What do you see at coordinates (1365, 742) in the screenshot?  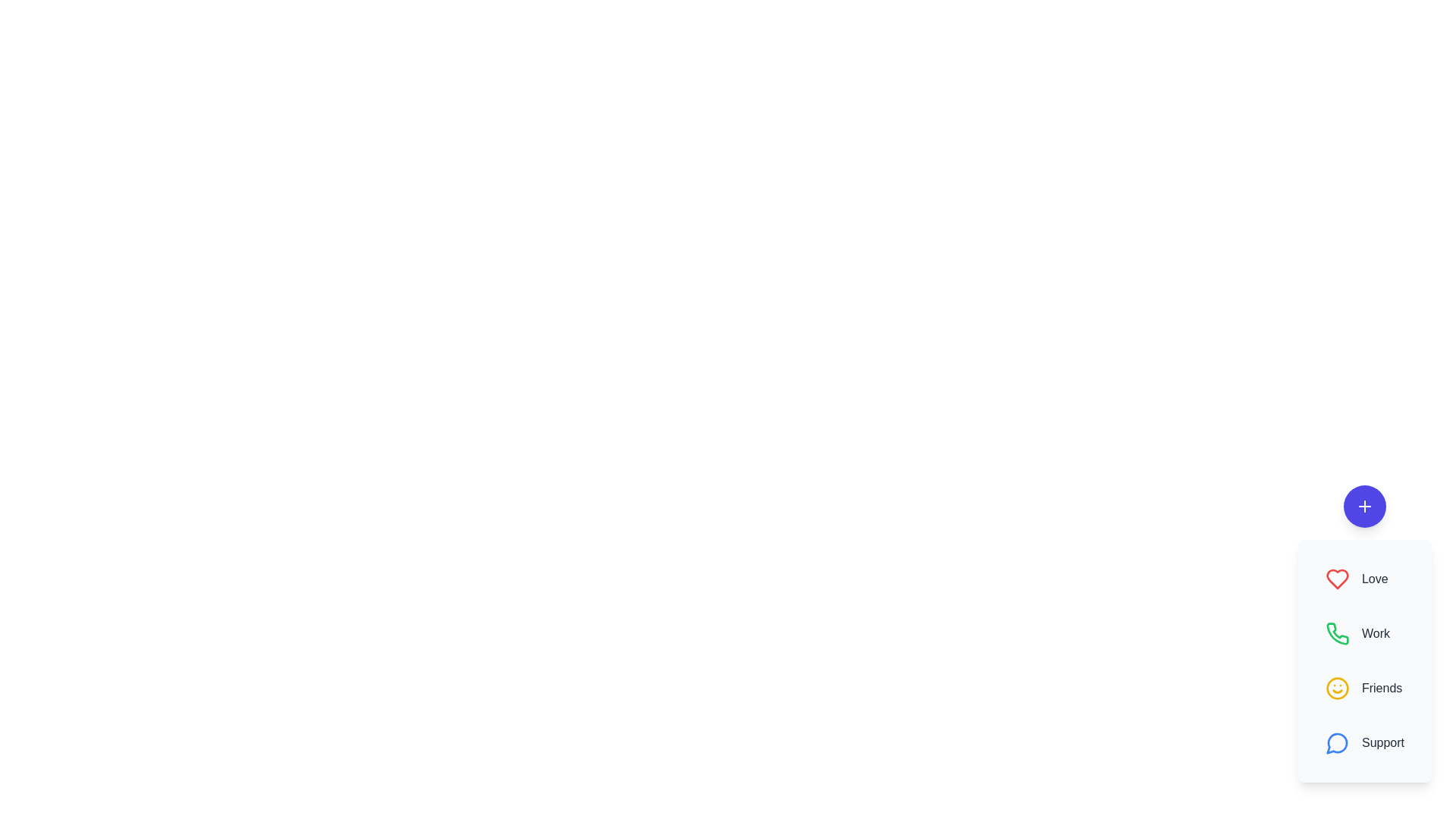 I see `the contact Support from the speed dial menu` at bounding box center [1365, 742].